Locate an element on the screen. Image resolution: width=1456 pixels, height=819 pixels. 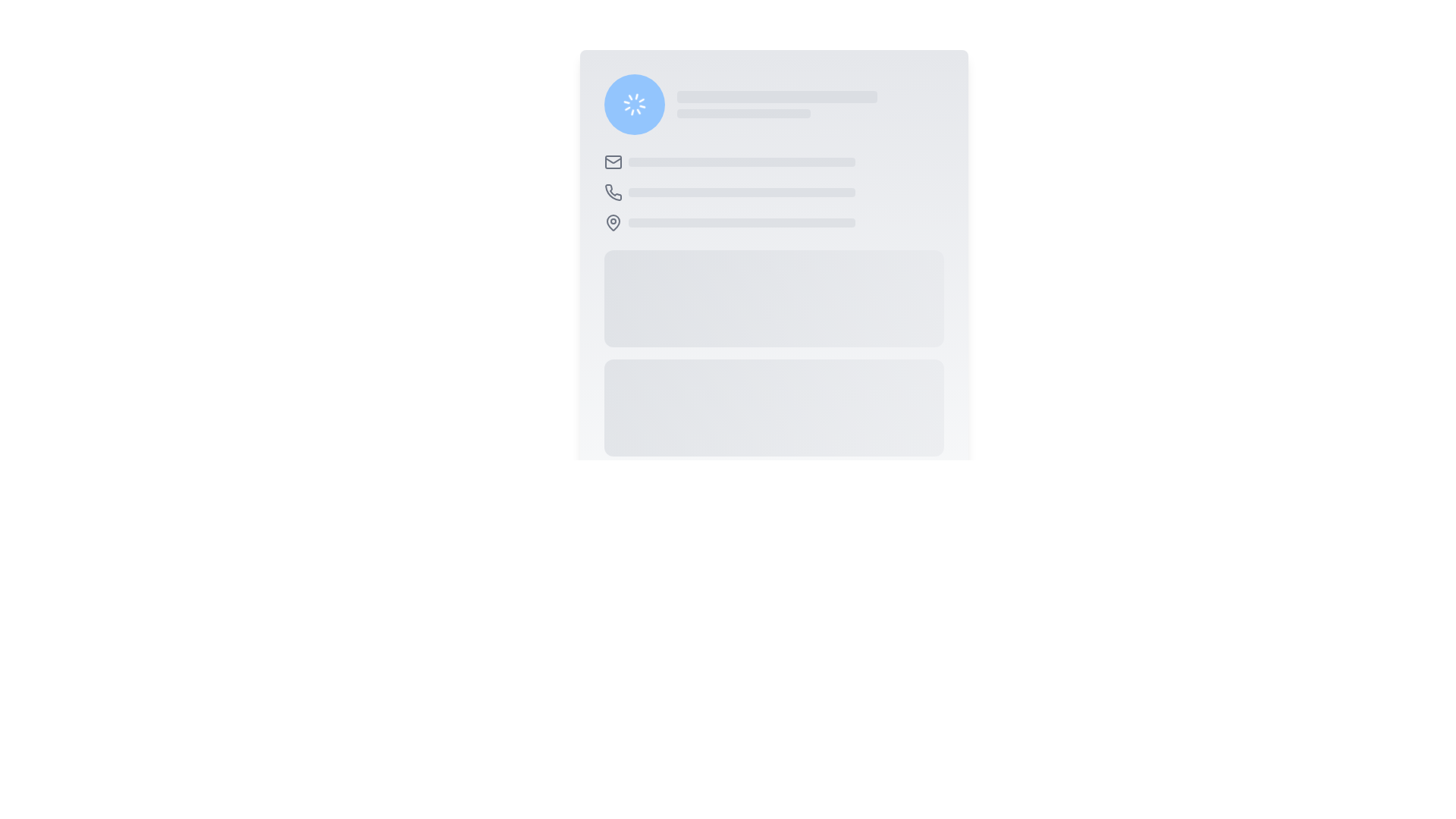
the gray phone icon in a vertical list of icons, indicating a deactivated state is located at coordinates (613, 191).